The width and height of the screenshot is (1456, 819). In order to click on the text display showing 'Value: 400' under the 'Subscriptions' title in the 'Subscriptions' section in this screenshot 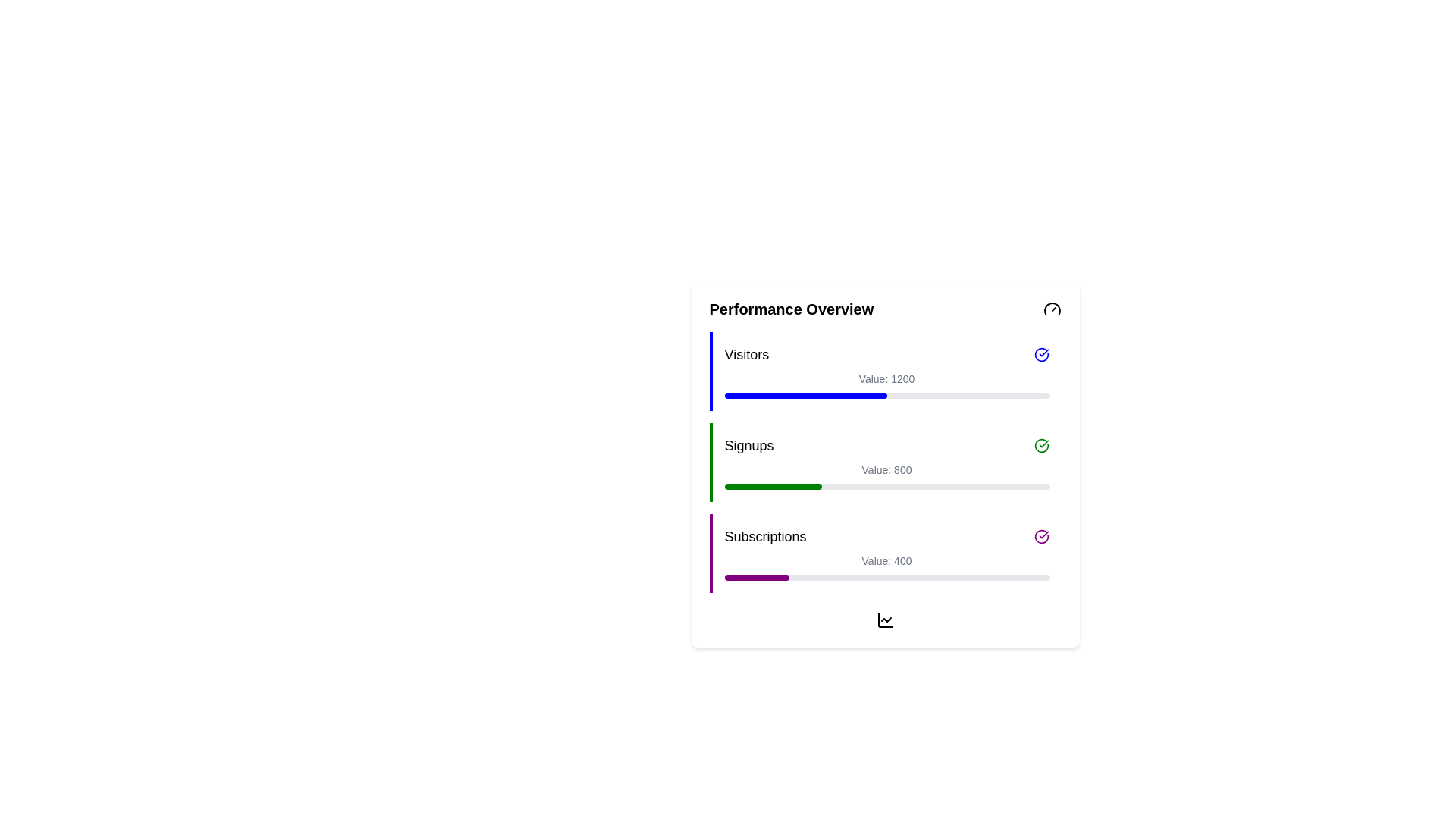, I will do `click(886, 561)`.